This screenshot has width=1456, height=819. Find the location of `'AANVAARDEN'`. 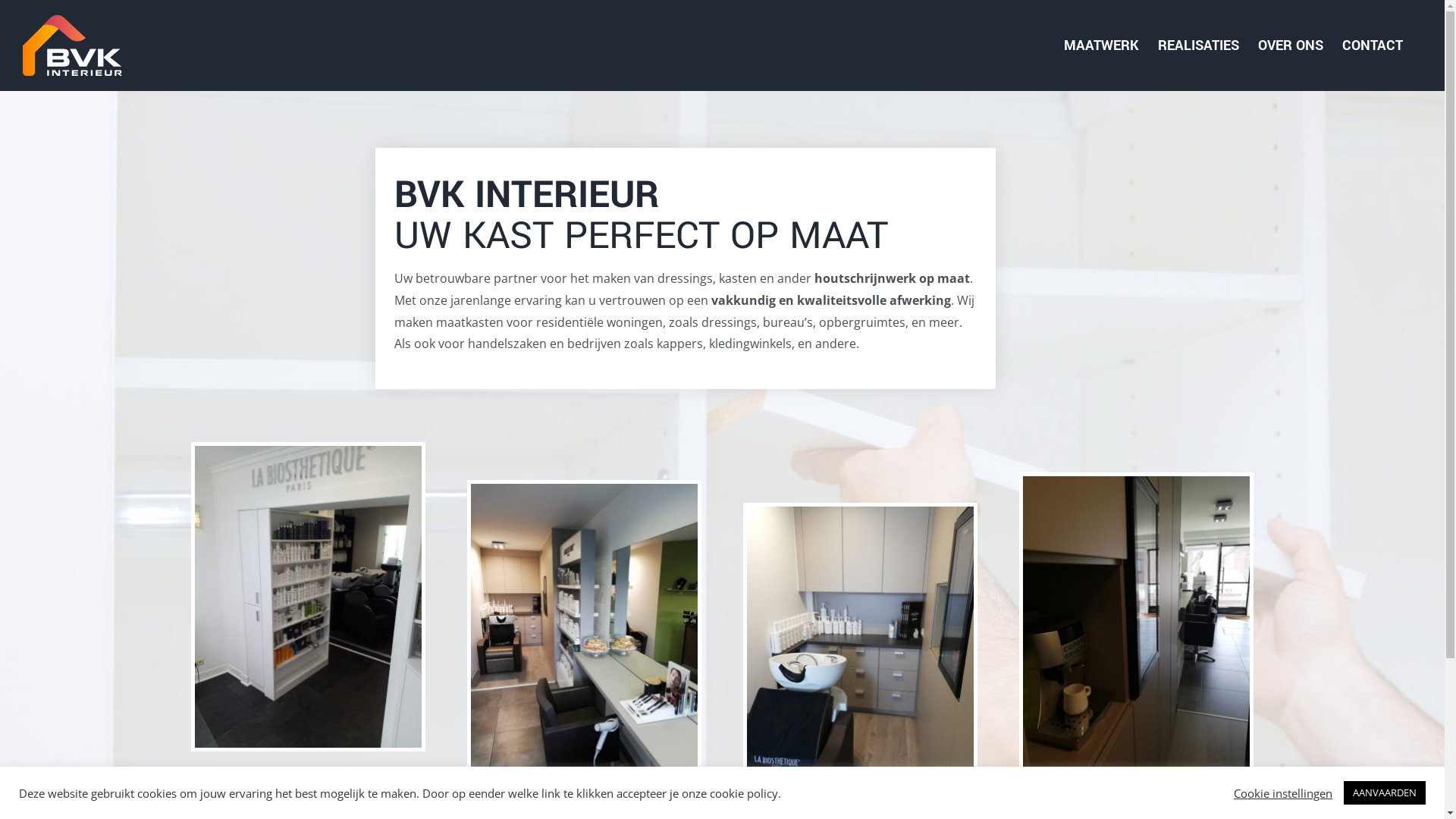

'AANVAARDEN' is located at coordinates (1384, 792).